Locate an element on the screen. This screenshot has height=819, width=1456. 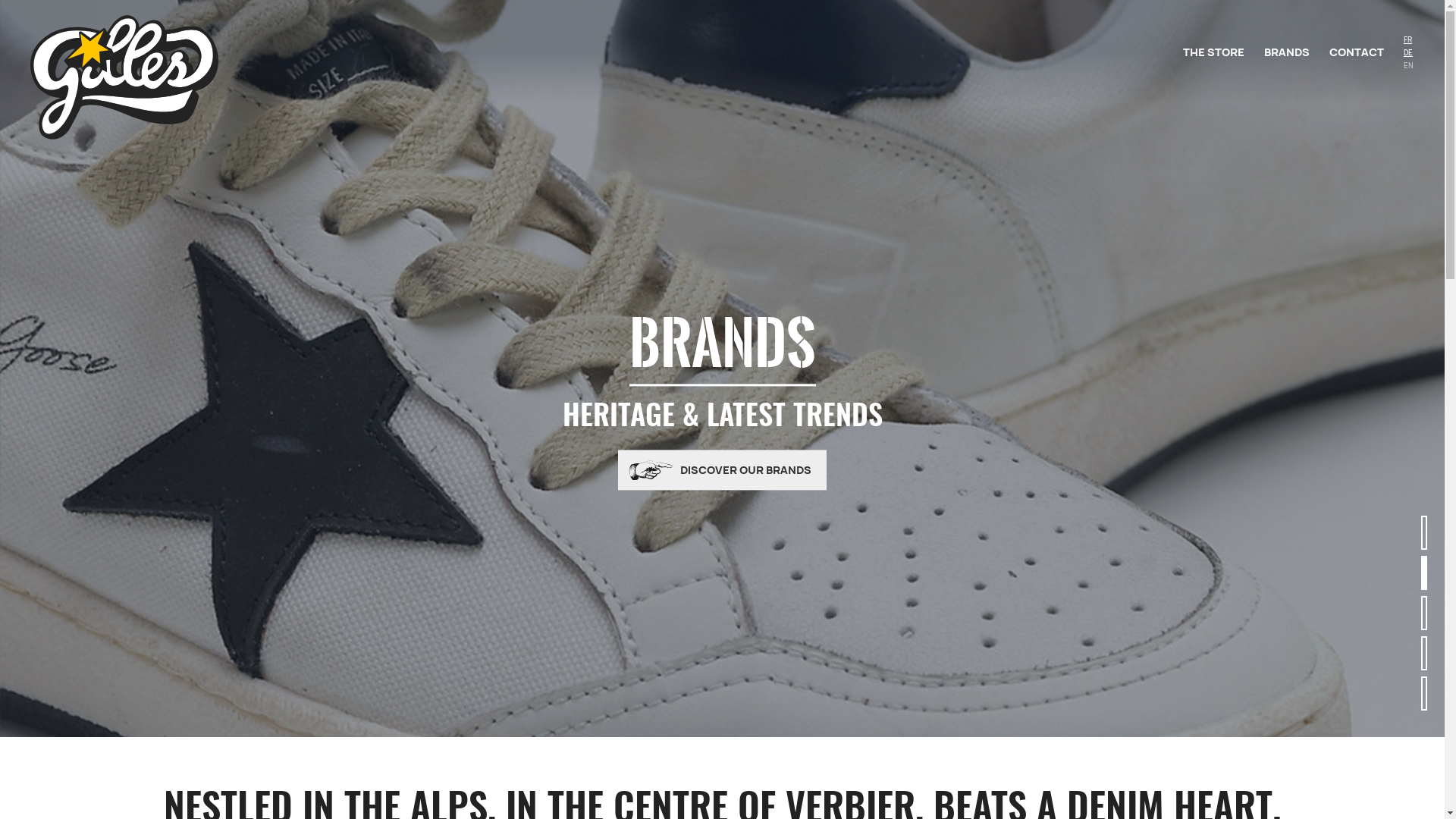
'BRANDS' is located at coordinates (1286, 52).